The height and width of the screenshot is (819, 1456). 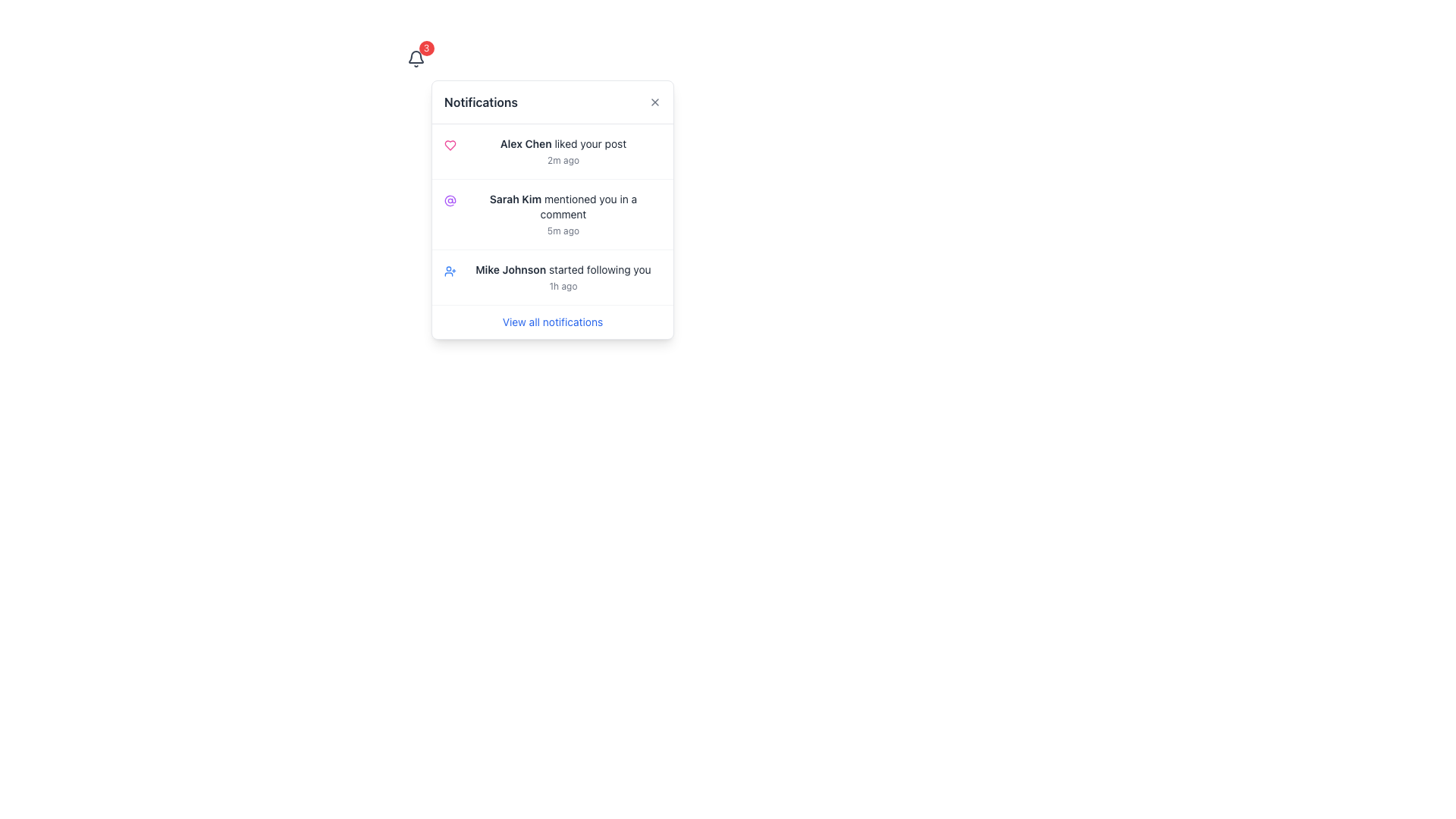 What do you see at coordinates (450, 146) in the screenshot?
I see `the 'like' icon located on the left-hand side of the first notification item that indicates 'Alex Chen liked your post.'` at bounding box center [450, 146].